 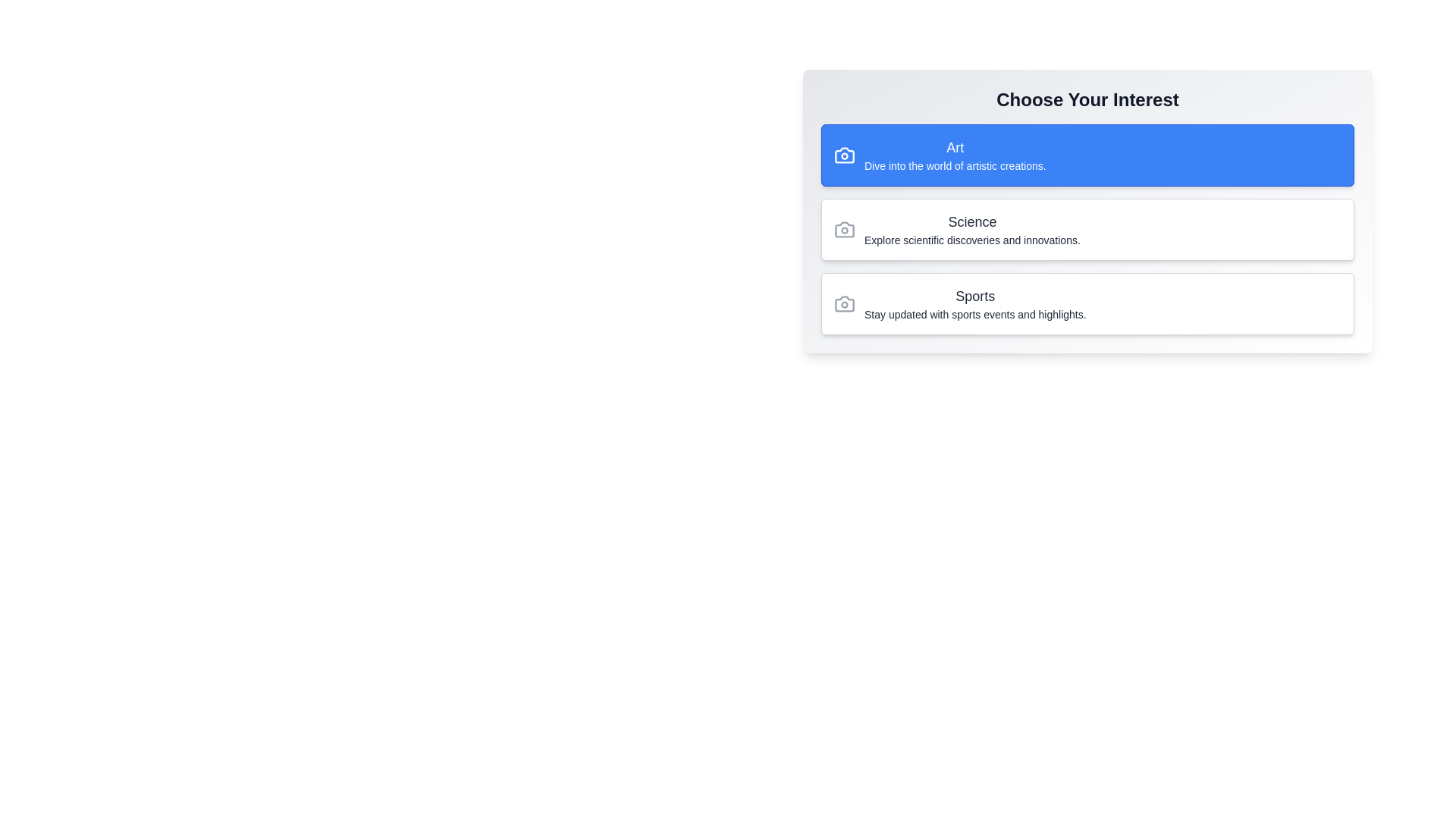 I want to click on the Sports selection card, which is the third card in a vertical list of options including 'Art' and 'Science', to trigger a style change, so click(x=1087, y=304).